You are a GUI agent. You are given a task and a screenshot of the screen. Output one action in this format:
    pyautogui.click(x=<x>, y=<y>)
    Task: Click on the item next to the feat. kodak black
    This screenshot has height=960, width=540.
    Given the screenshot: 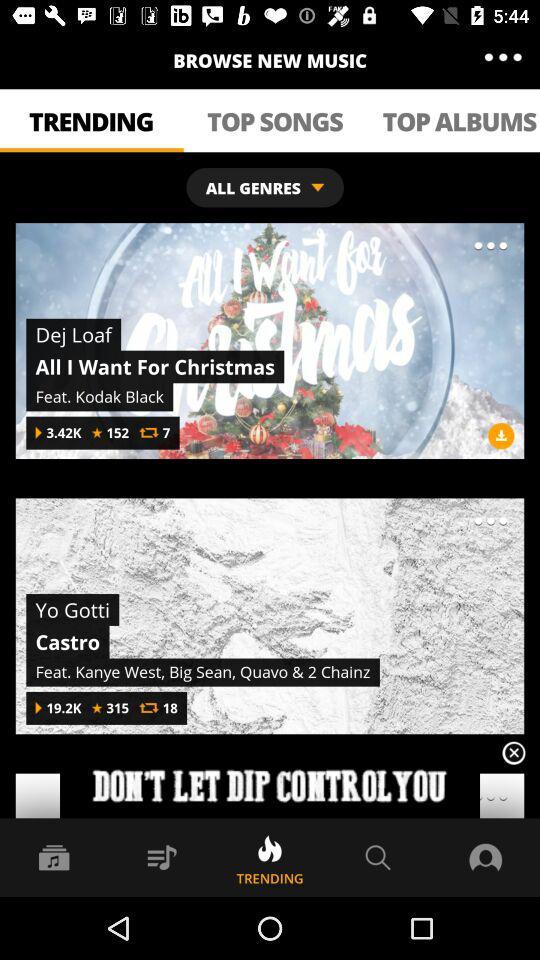 What is the action you would take?
    pyautogui.click(x=500, y=435)
    